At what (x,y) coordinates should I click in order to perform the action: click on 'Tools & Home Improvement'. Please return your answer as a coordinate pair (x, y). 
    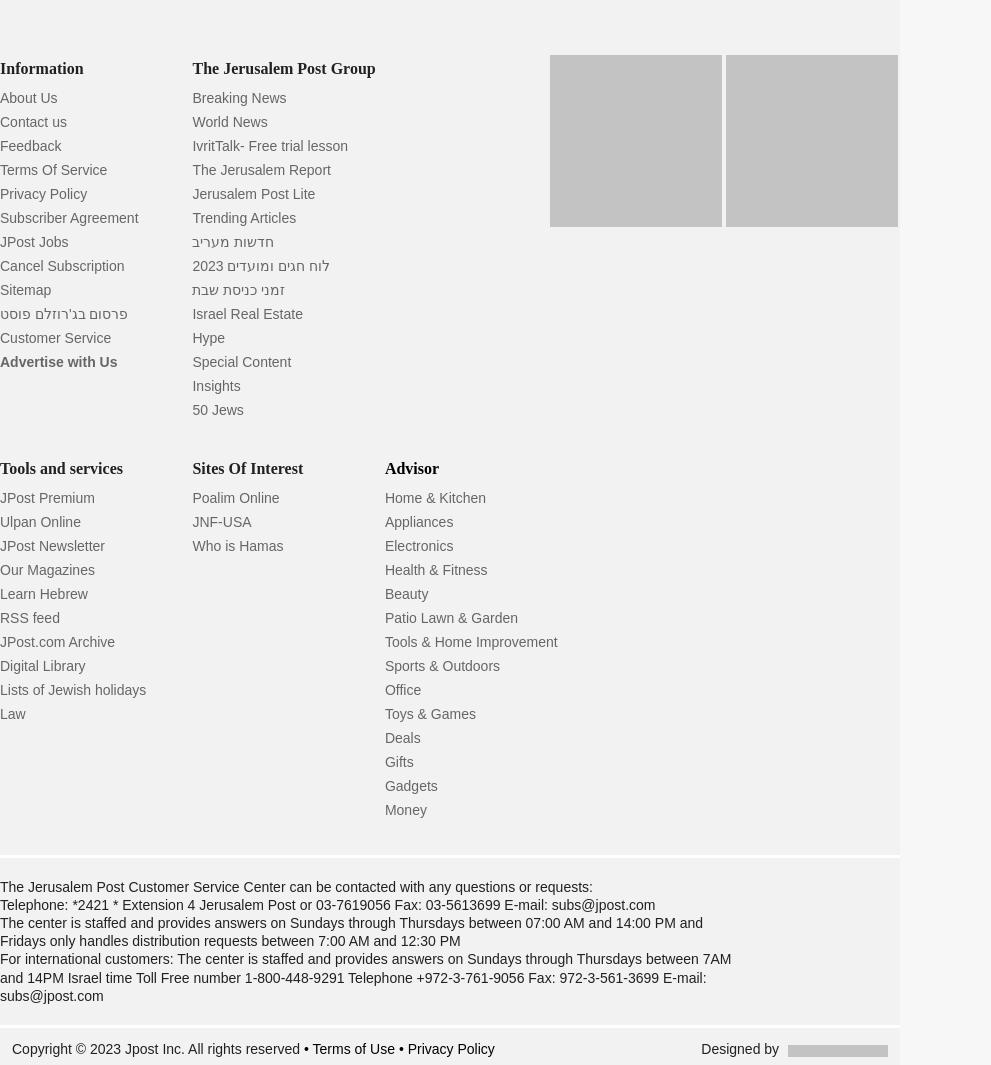
    Looking at the image, I should click on (469, 641).